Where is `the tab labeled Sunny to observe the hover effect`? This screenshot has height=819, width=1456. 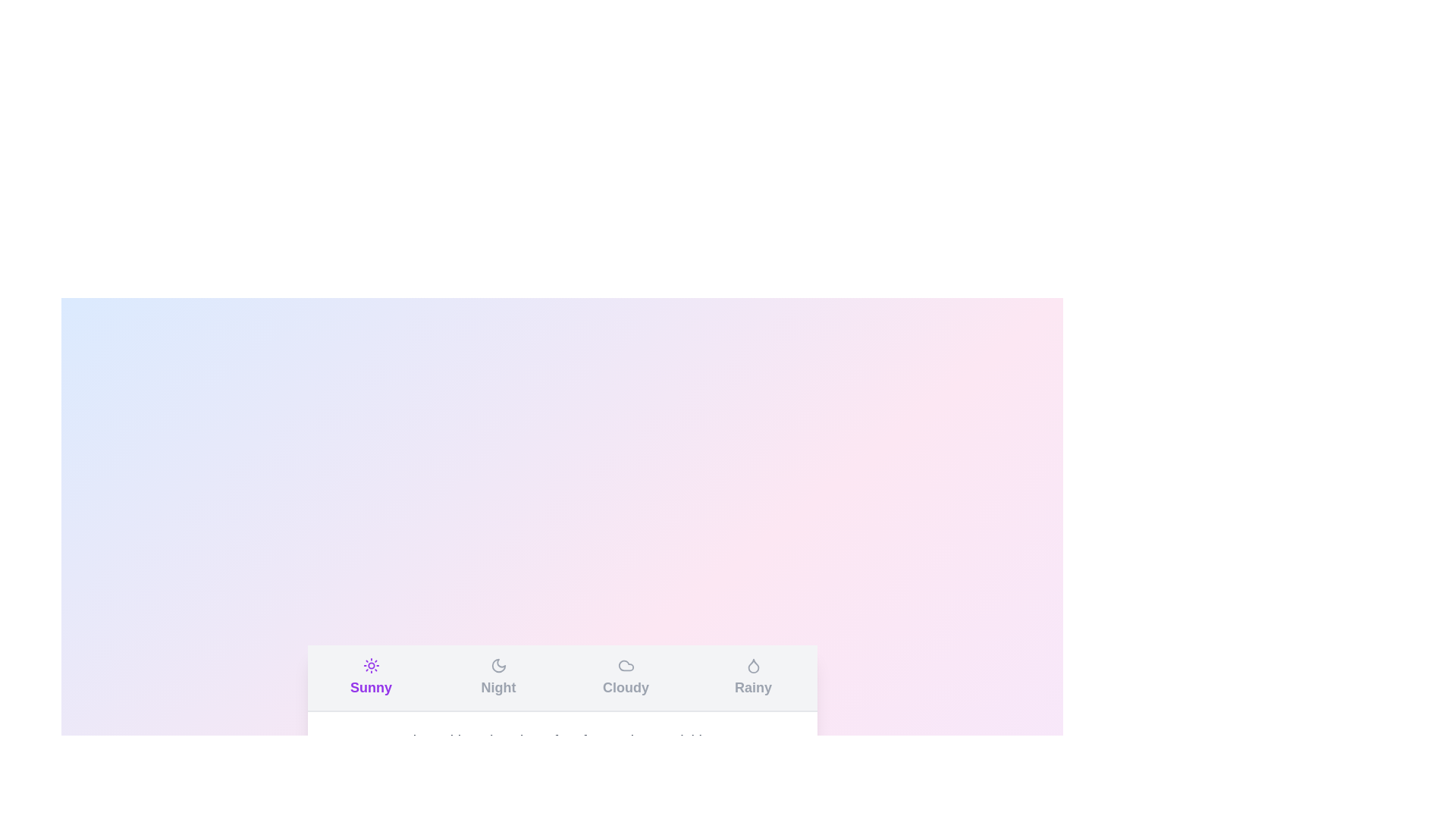
the tab labeled Sunny to observe the hover effect is located at coordinates (371, 677).